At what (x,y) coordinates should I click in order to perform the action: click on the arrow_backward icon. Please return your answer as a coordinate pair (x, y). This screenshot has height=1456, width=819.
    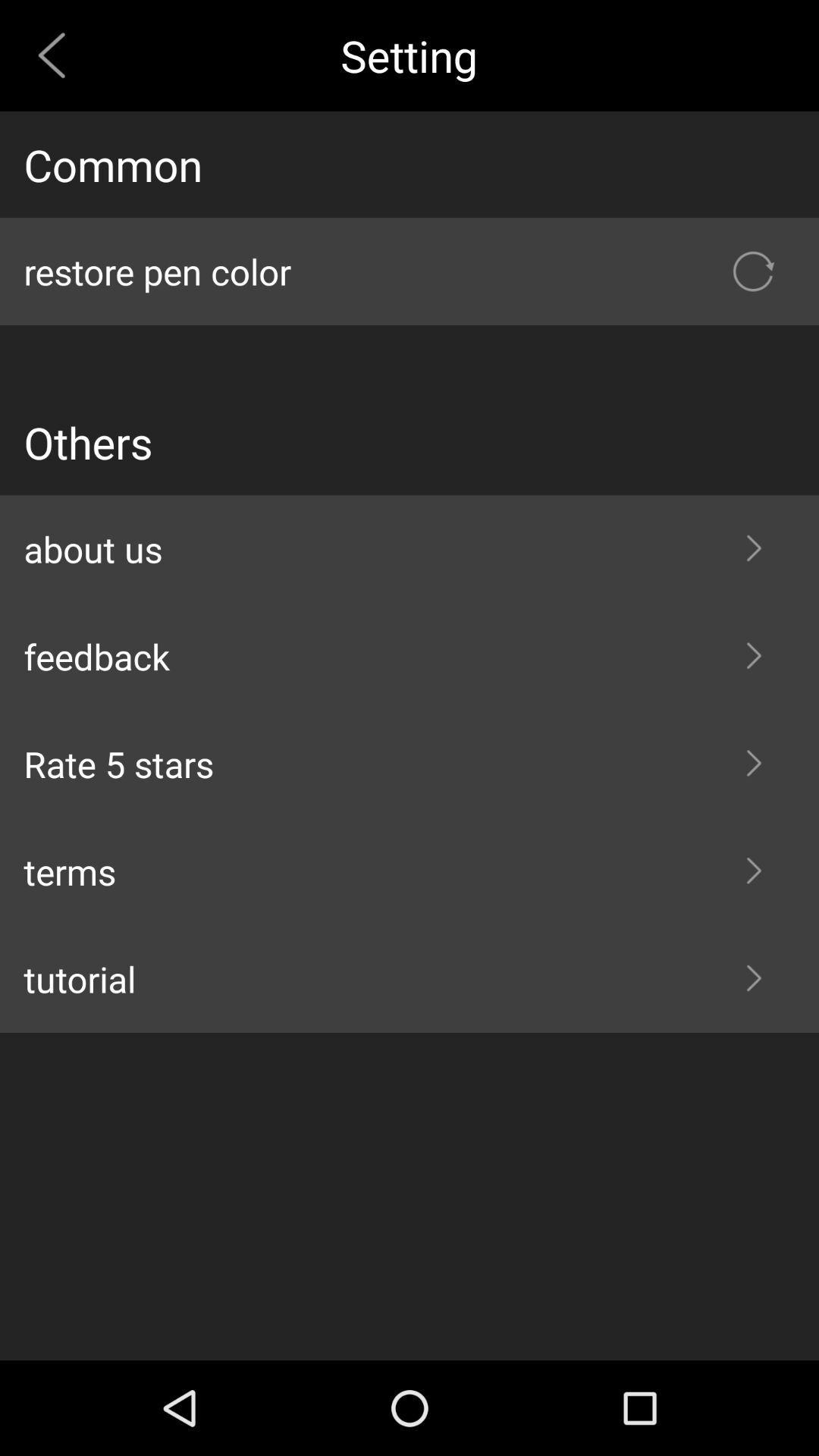
    Looking at the image, I should click on (57, 59).